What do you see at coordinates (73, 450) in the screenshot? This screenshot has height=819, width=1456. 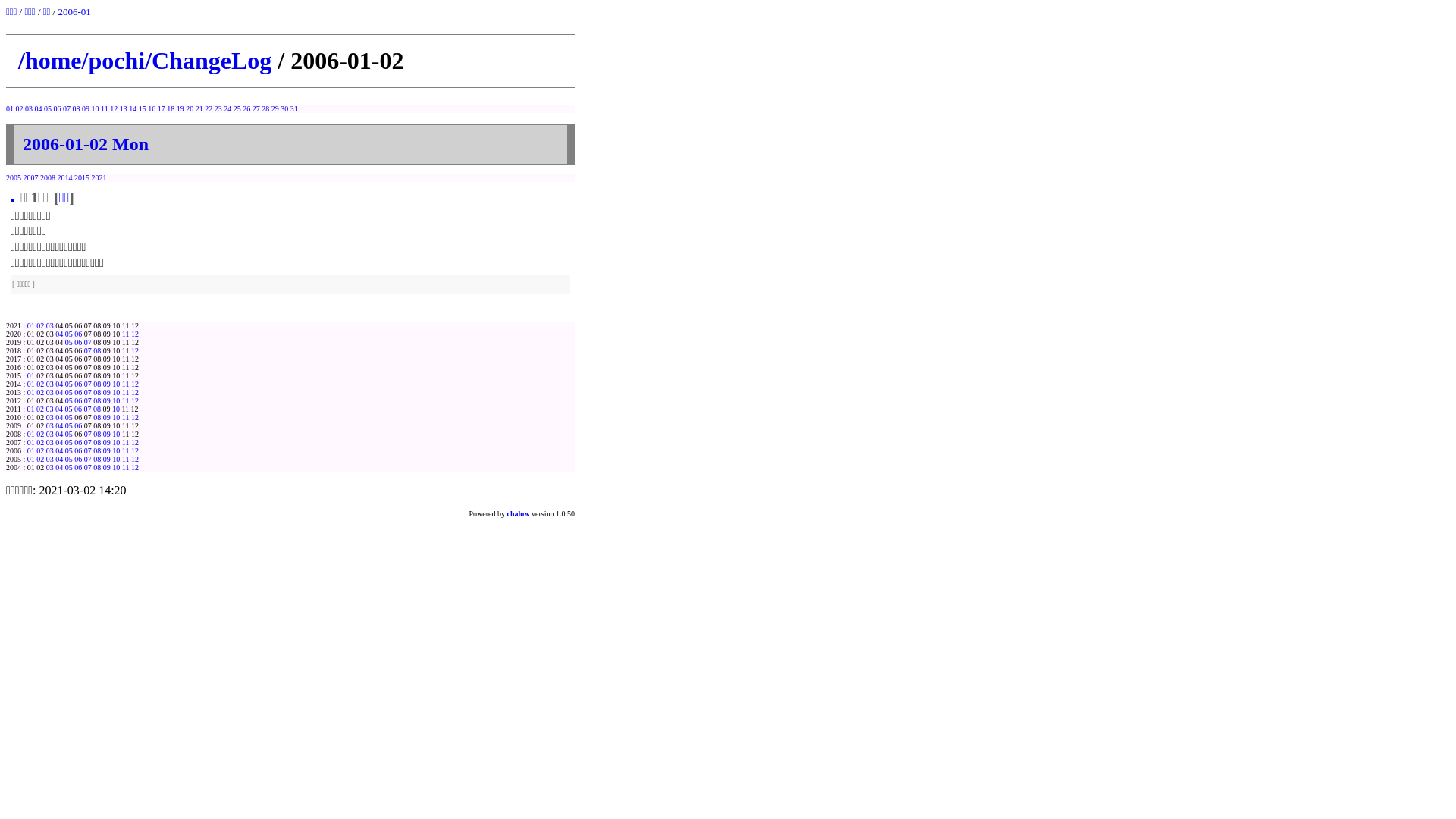 I see `'06'` at bounding box center [73, 450].